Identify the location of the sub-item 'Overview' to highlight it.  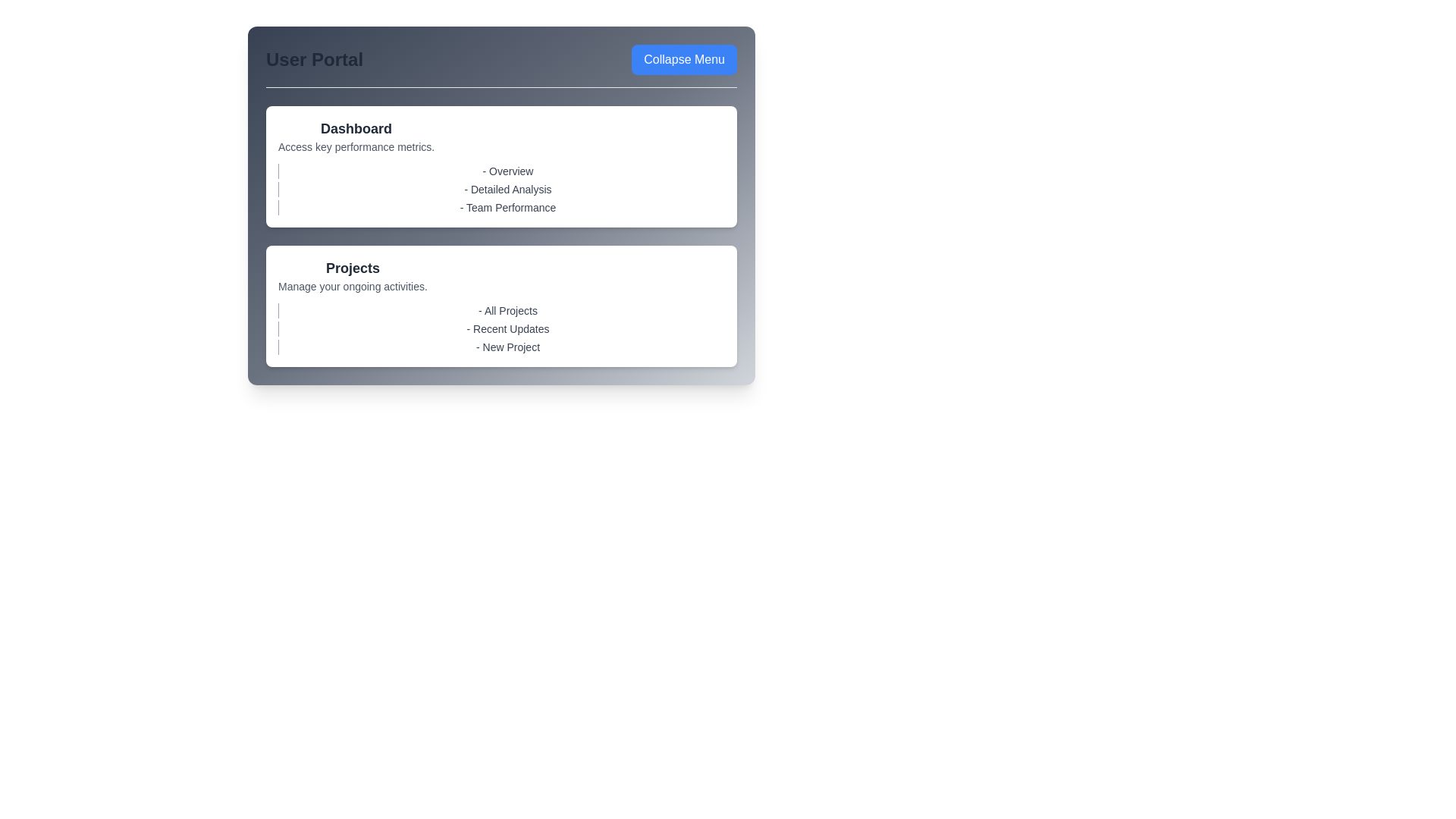
(501, 171).